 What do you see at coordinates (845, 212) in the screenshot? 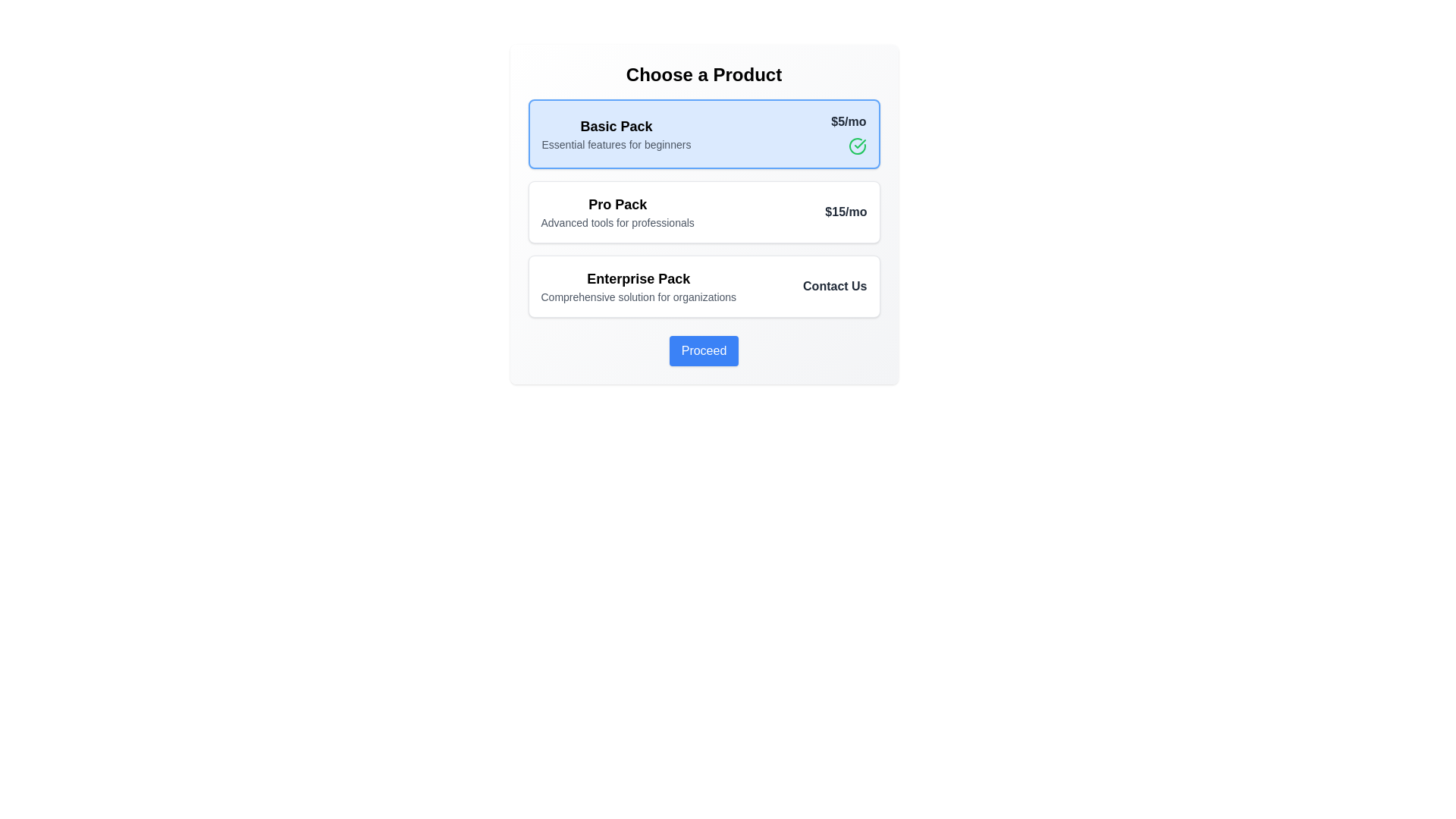
I see `pricing information provided by the label for the 'Pro Pack' option, located at the top-right corner of the corresponding product card` at bounding box center [845, 212].